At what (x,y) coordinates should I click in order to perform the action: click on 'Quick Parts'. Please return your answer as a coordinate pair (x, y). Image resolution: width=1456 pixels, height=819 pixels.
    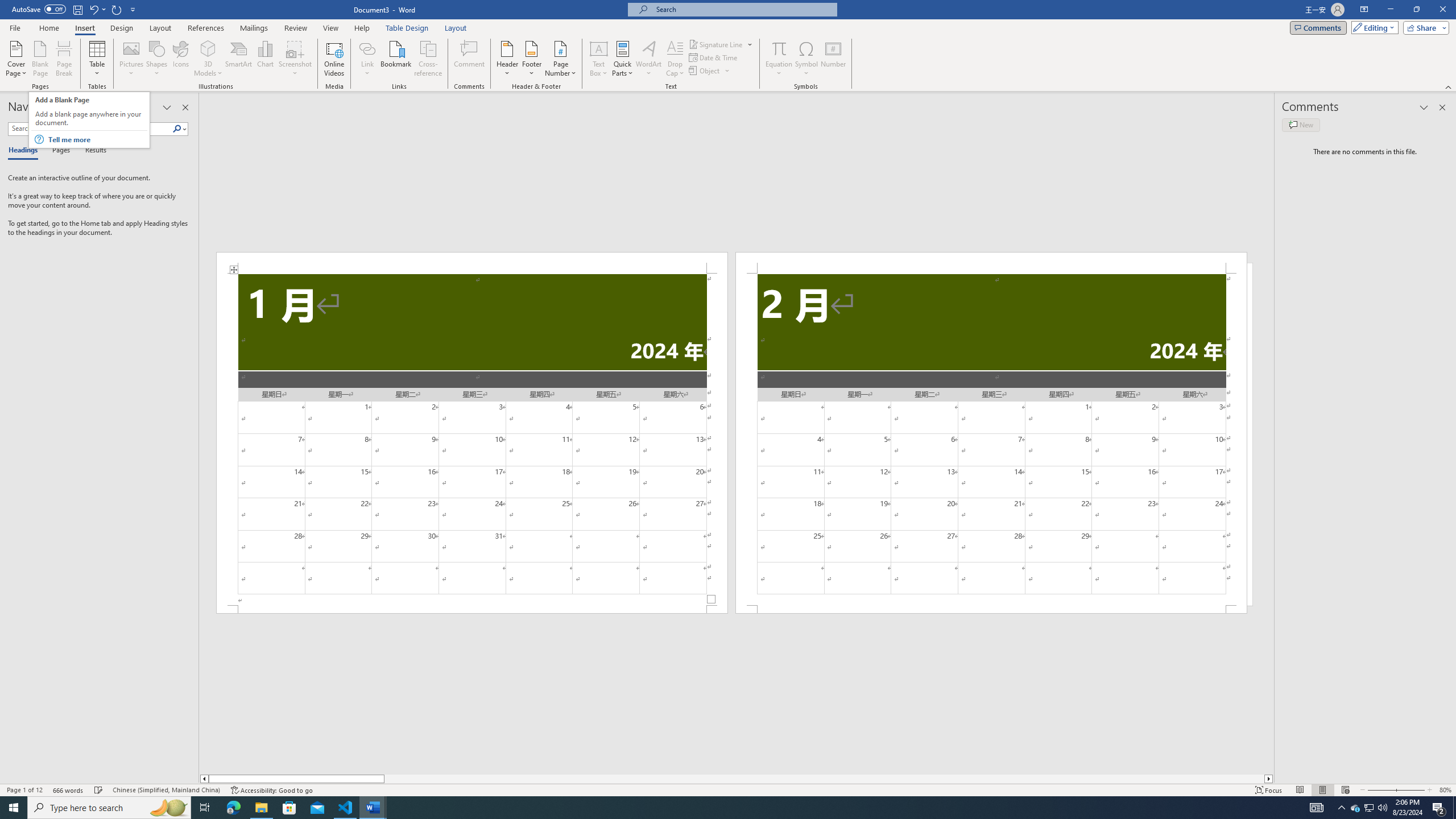
    Looking at the image, I should click on (622, 59).